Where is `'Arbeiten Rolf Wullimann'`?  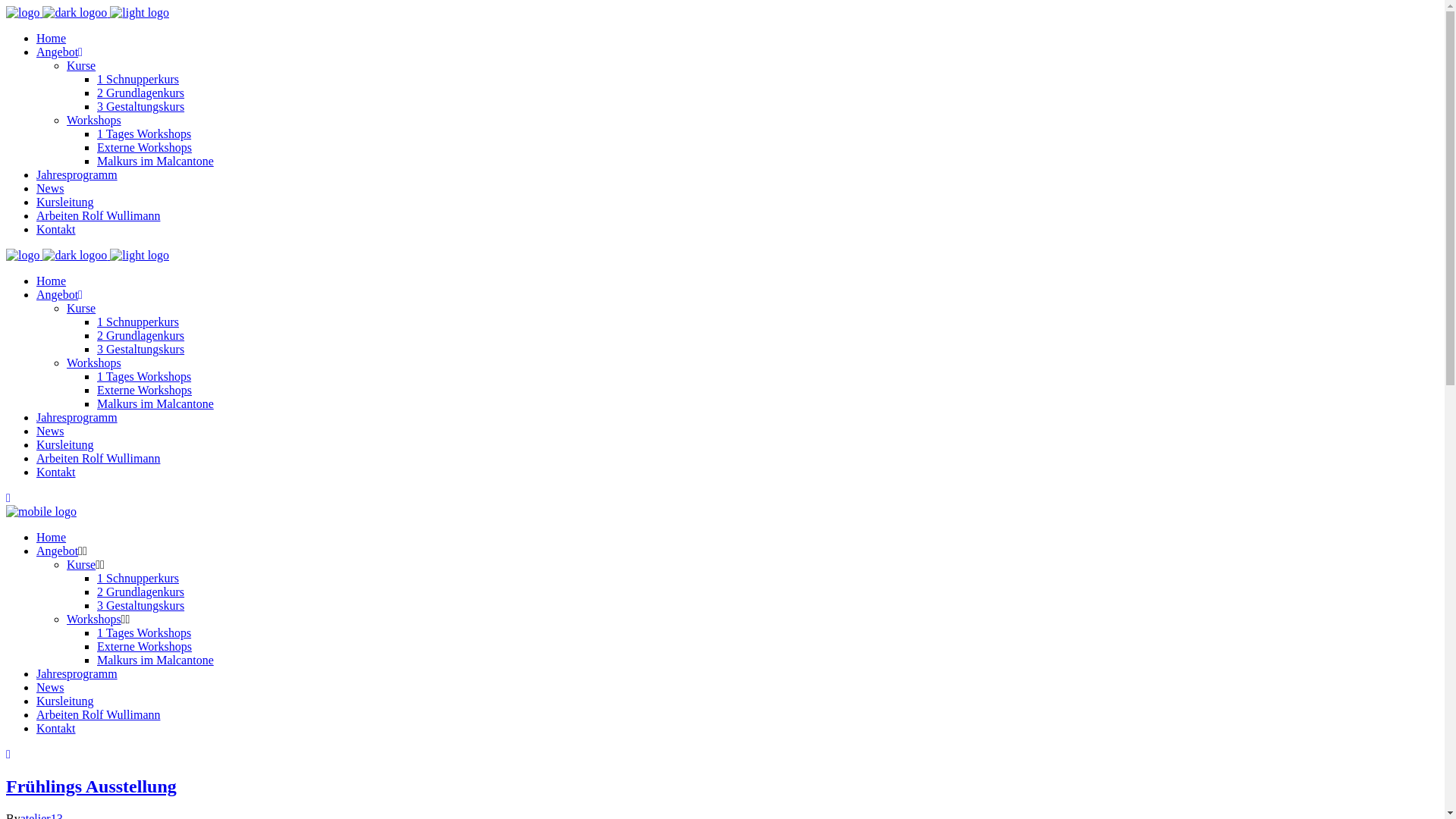 'Arbeiten Rolf Wullimann' is located at coordinates (97, 215).